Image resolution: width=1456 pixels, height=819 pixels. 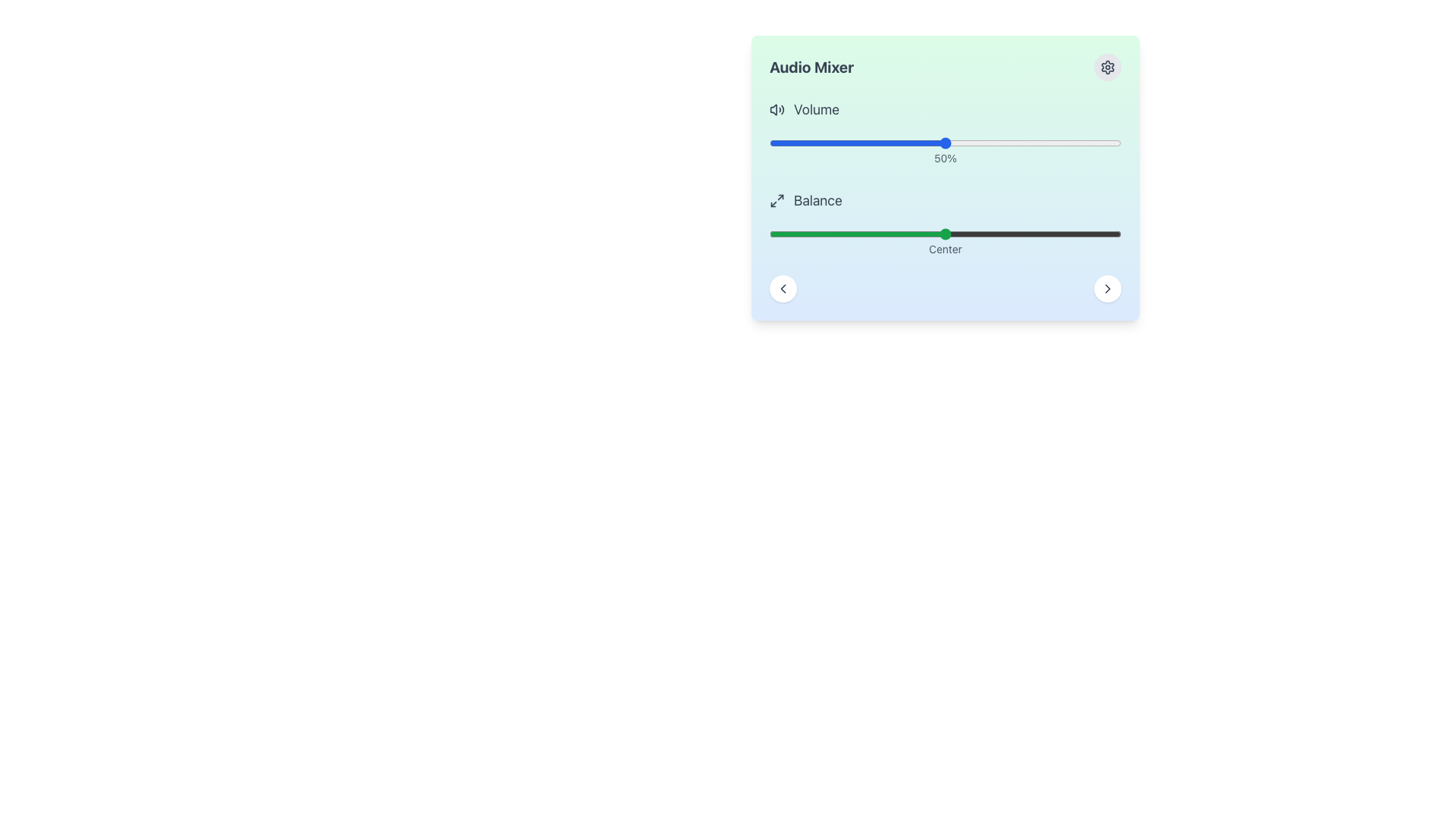 I want to click on the Navigation control bar located at the bottom of the 'Audio Mixer' settings box, so click(x=945, y=289).